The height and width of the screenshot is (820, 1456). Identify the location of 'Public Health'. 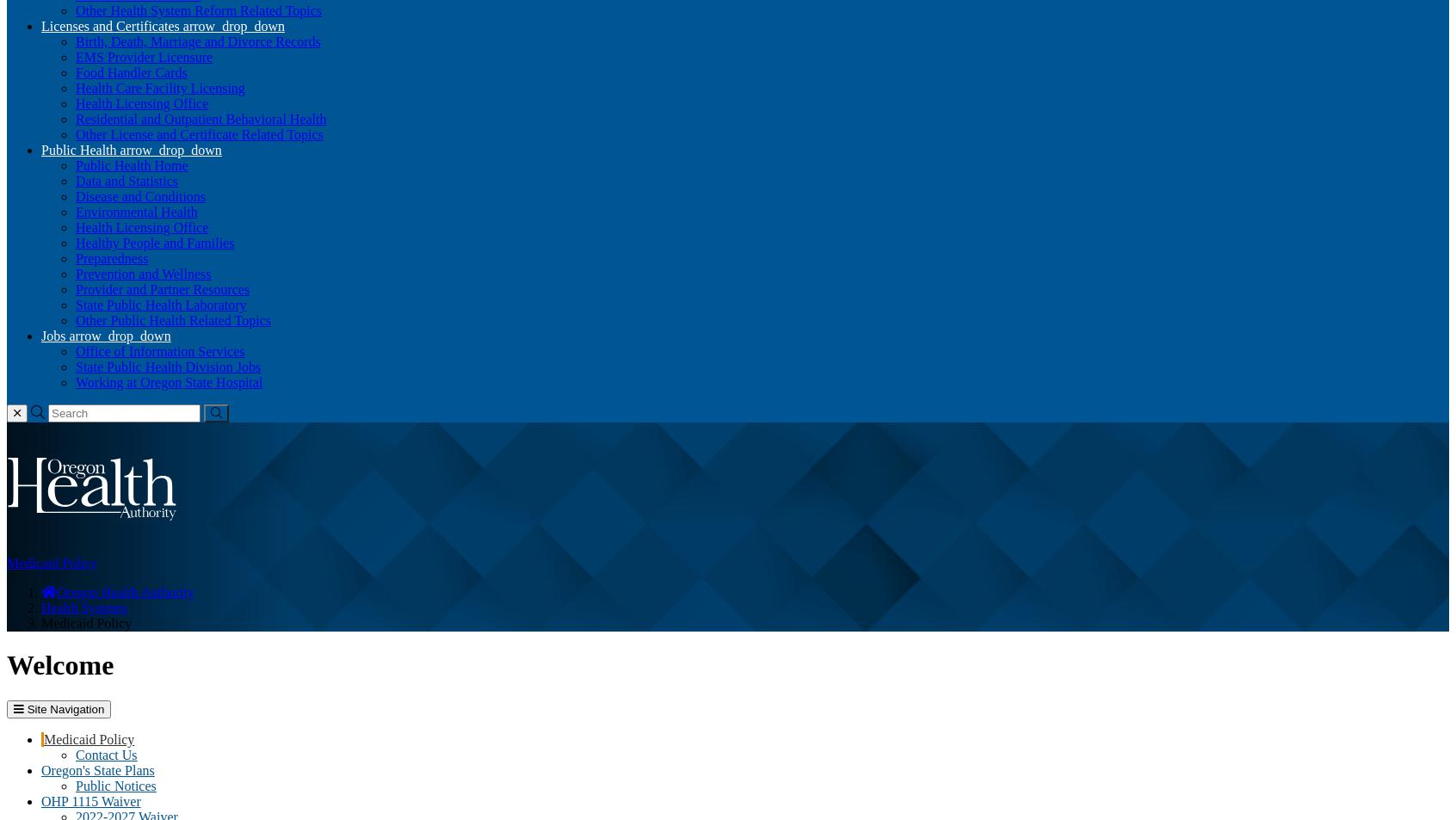
(80, 149).